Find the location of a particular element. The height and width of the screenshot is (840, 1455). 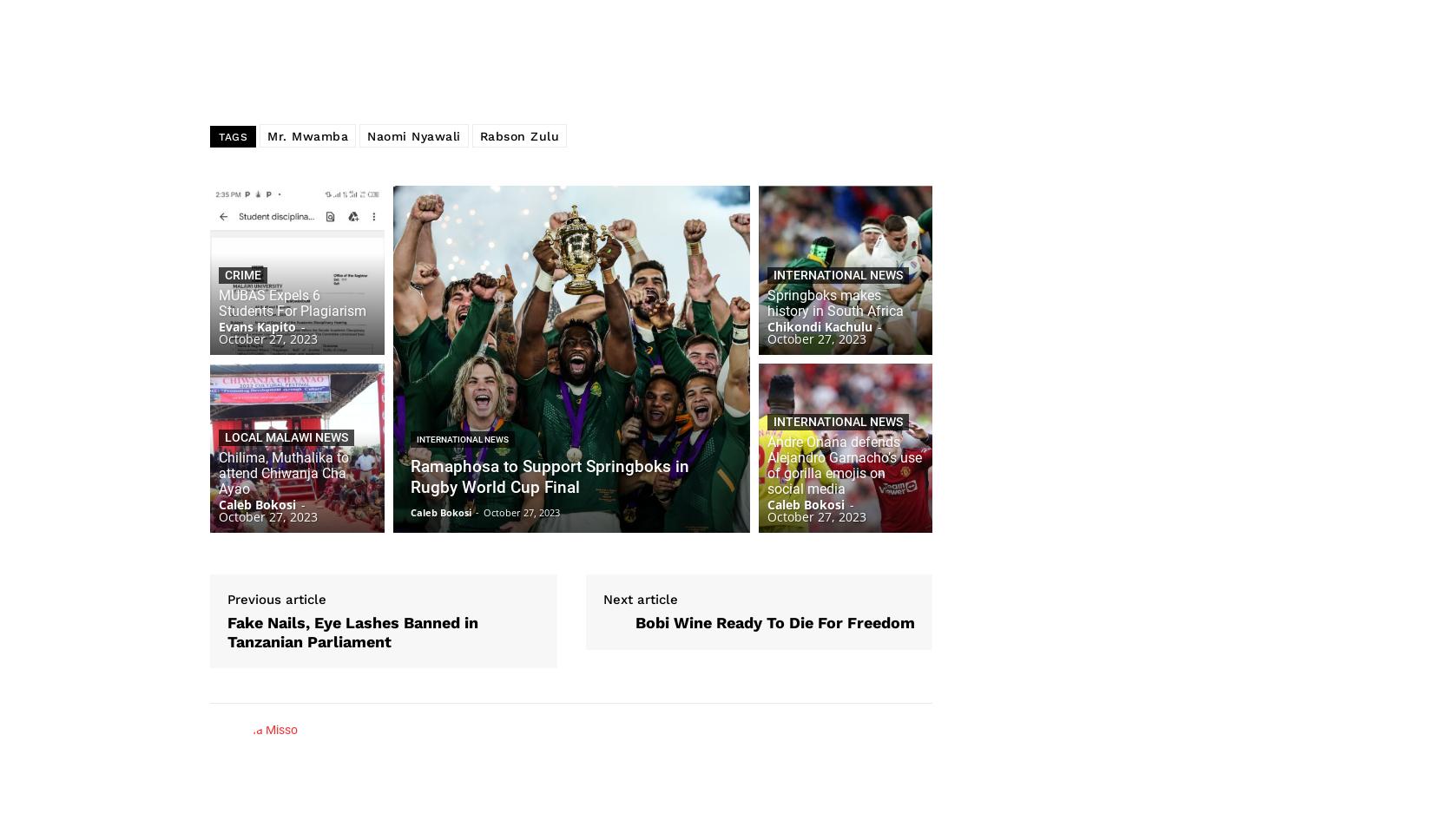

'Evans Kapito' is located at coordinates (256, 325).